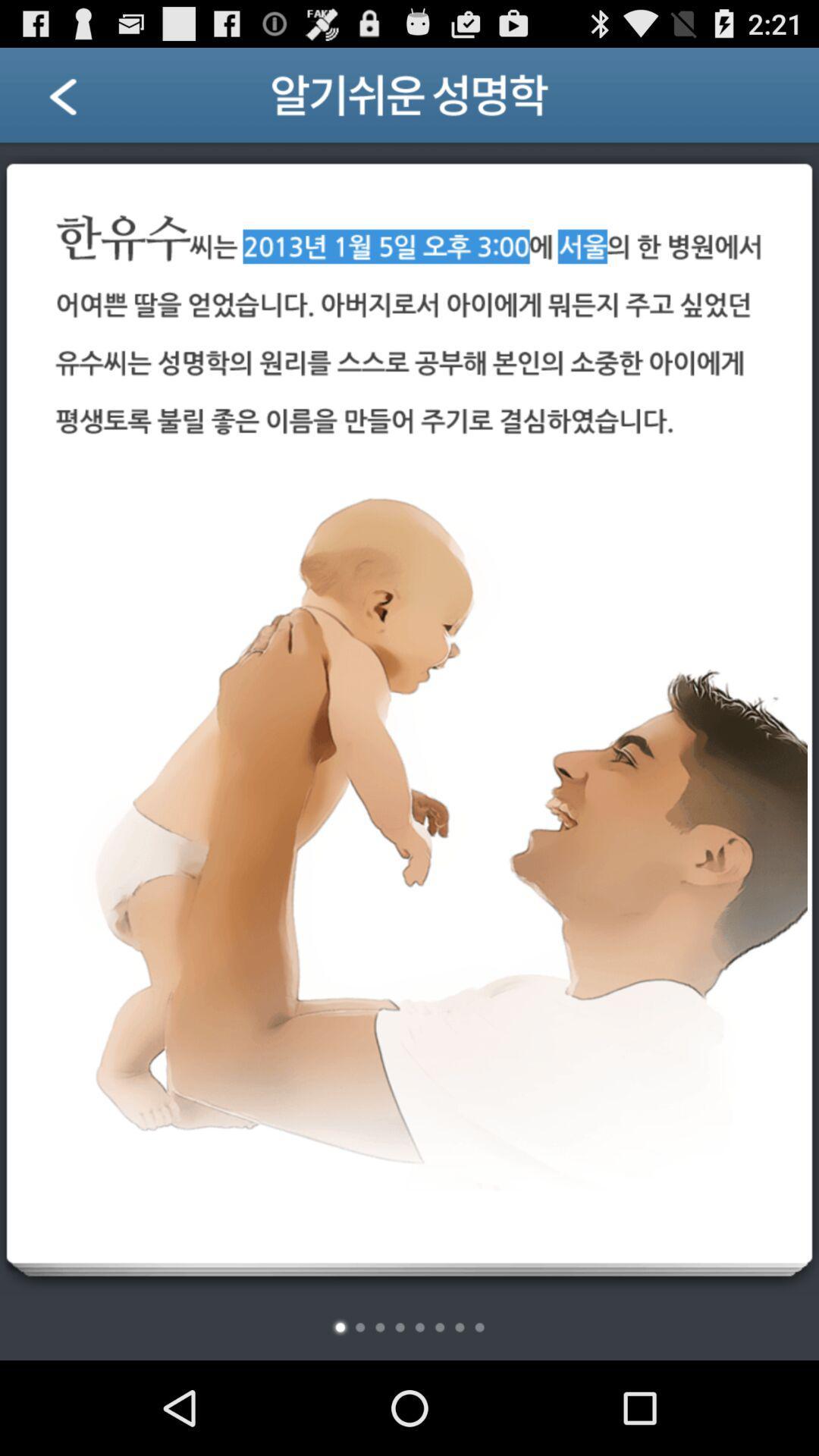 This screenshot has height=1456, width=819. What do you see at coordinates (82, 100) in the screenshot?
I see `go back` at bounding box center [82, 100].